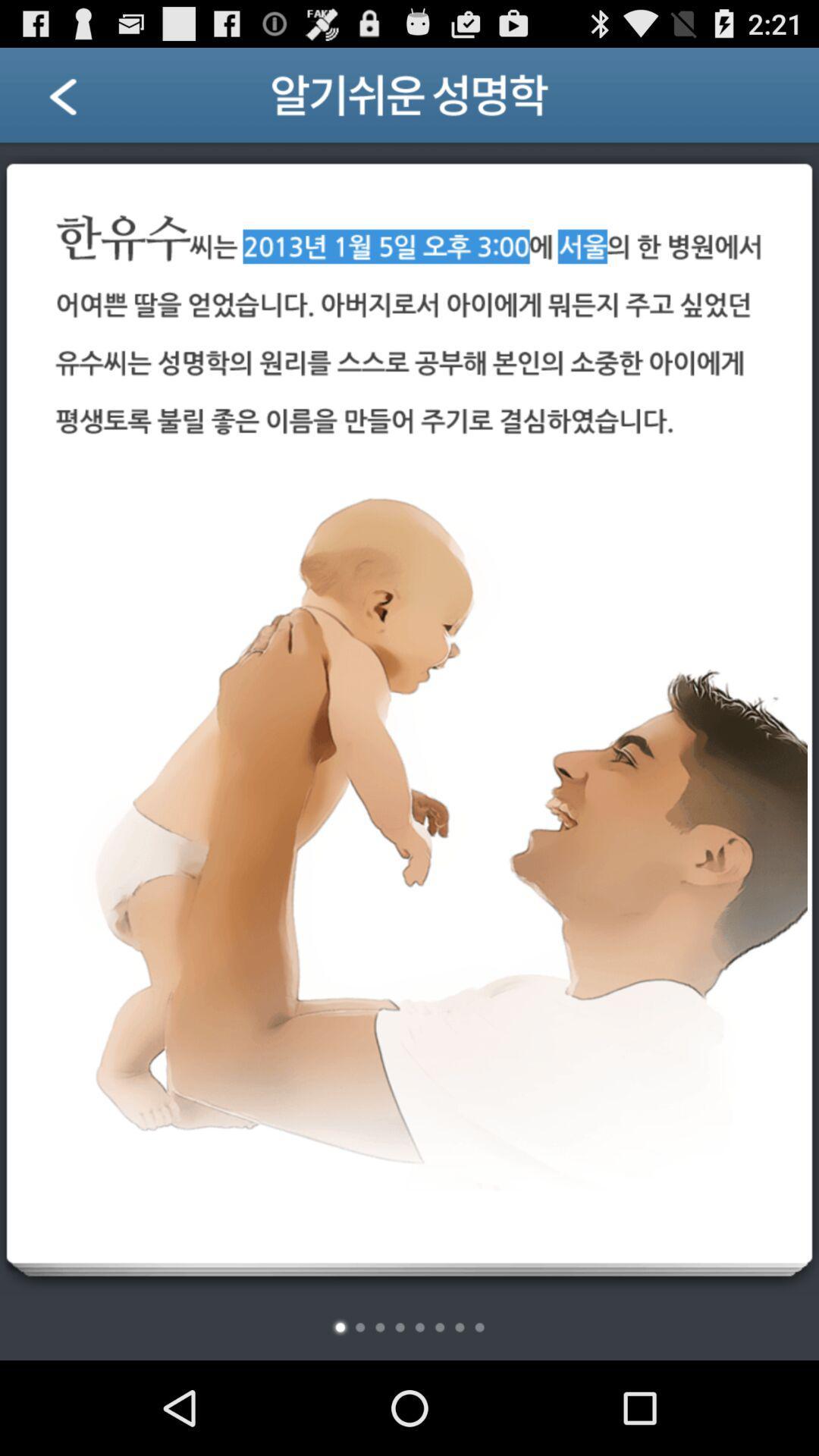 This screenshot has height=1456, width=819. What do you see at coordinates (82, 100) in the screenshot?
I see `go back` at bounding box center [82, 100].